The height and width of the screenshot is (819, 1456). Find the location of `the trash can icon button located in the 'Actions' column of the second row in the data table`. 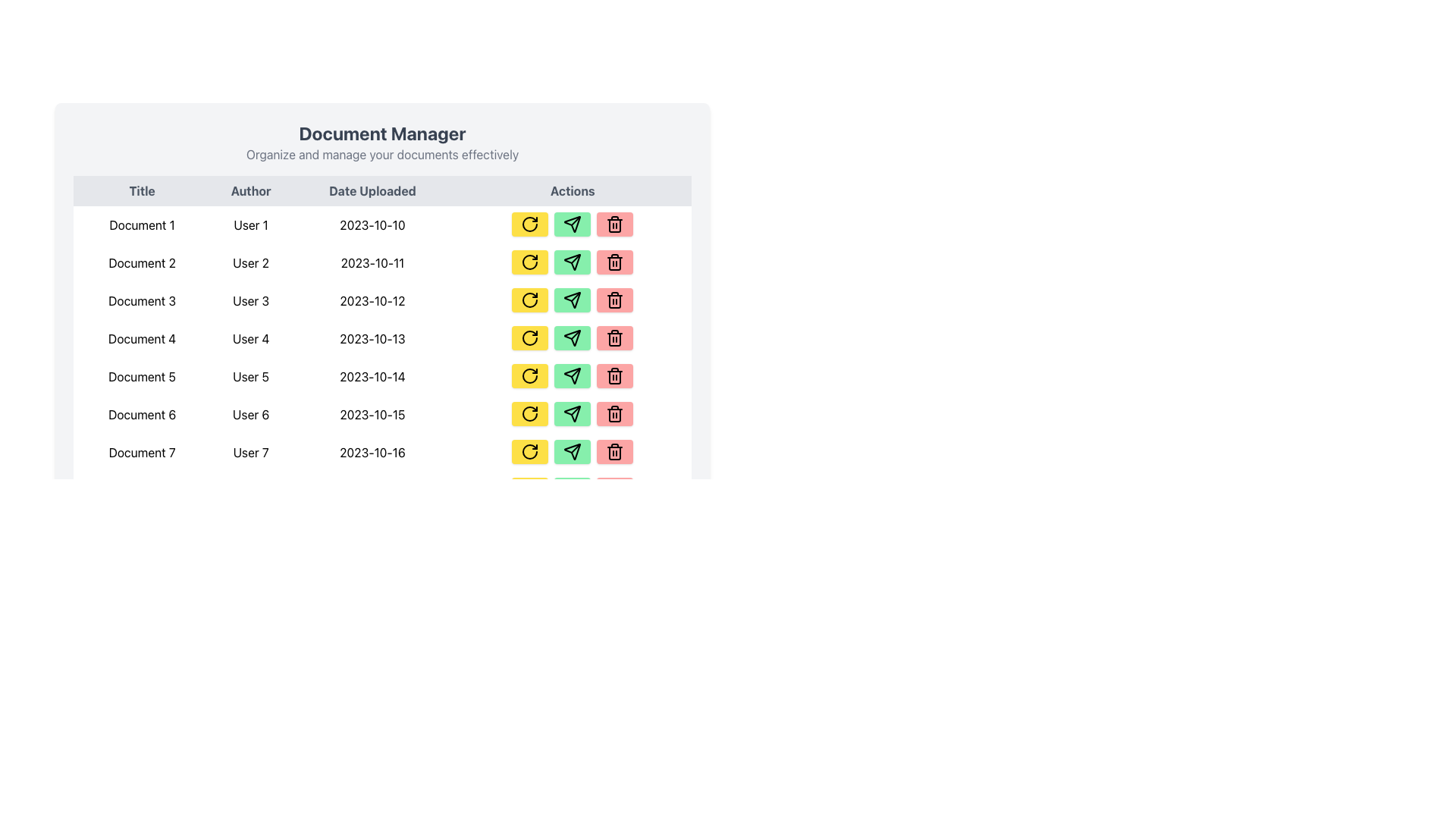

the trash can icon button located in the 'Actions' column of the second row in the data table is located at coordinates (615, 262).